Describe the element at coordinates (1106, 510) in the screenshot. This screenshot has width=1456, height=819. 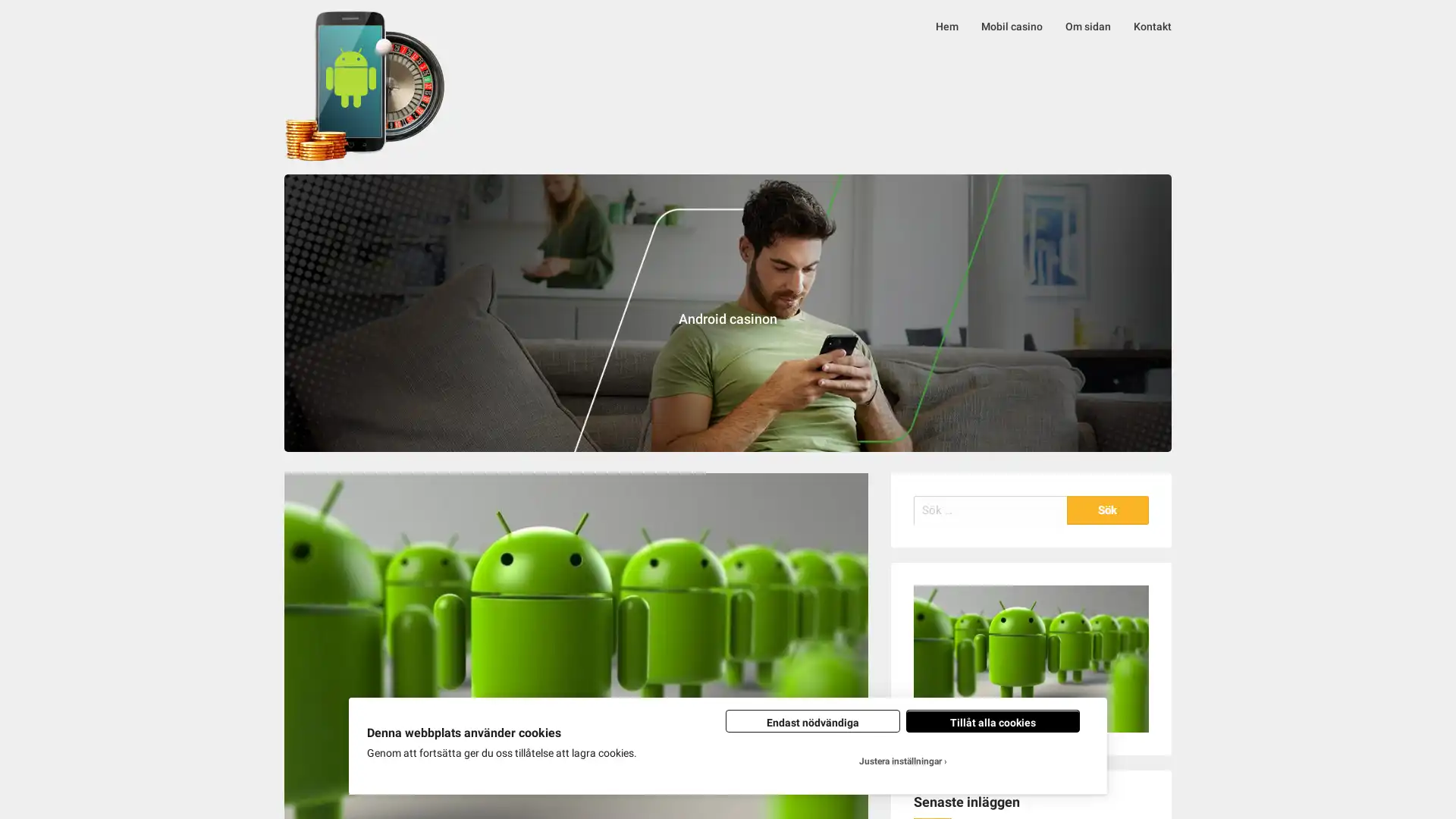
I see `Sok` at that location.